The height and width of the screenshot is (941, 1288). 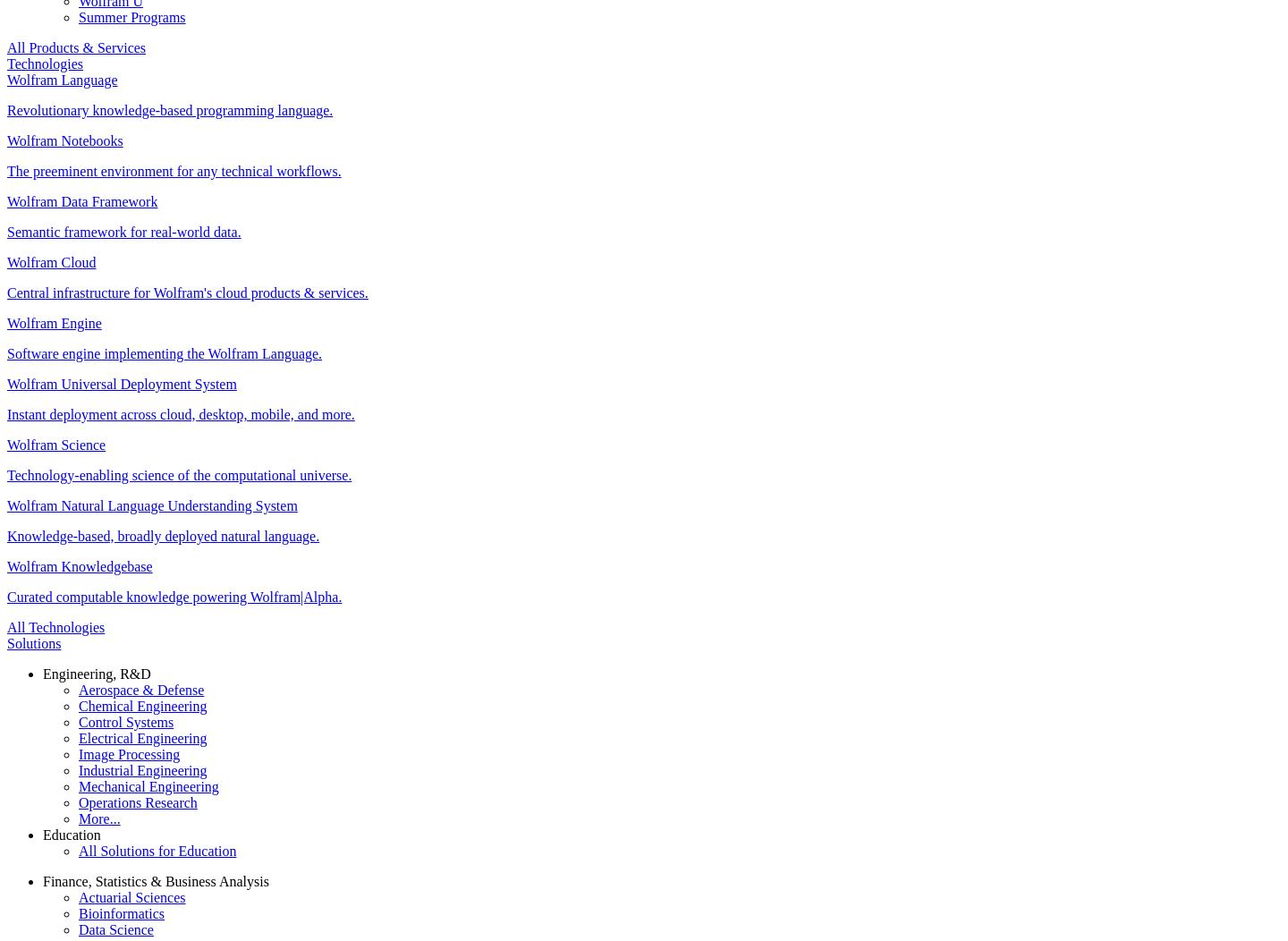 What do you see at coordinates (148, 785) in the screenshot?
I see `'Mechanical Engineering'` at bounding box center [148, 785].